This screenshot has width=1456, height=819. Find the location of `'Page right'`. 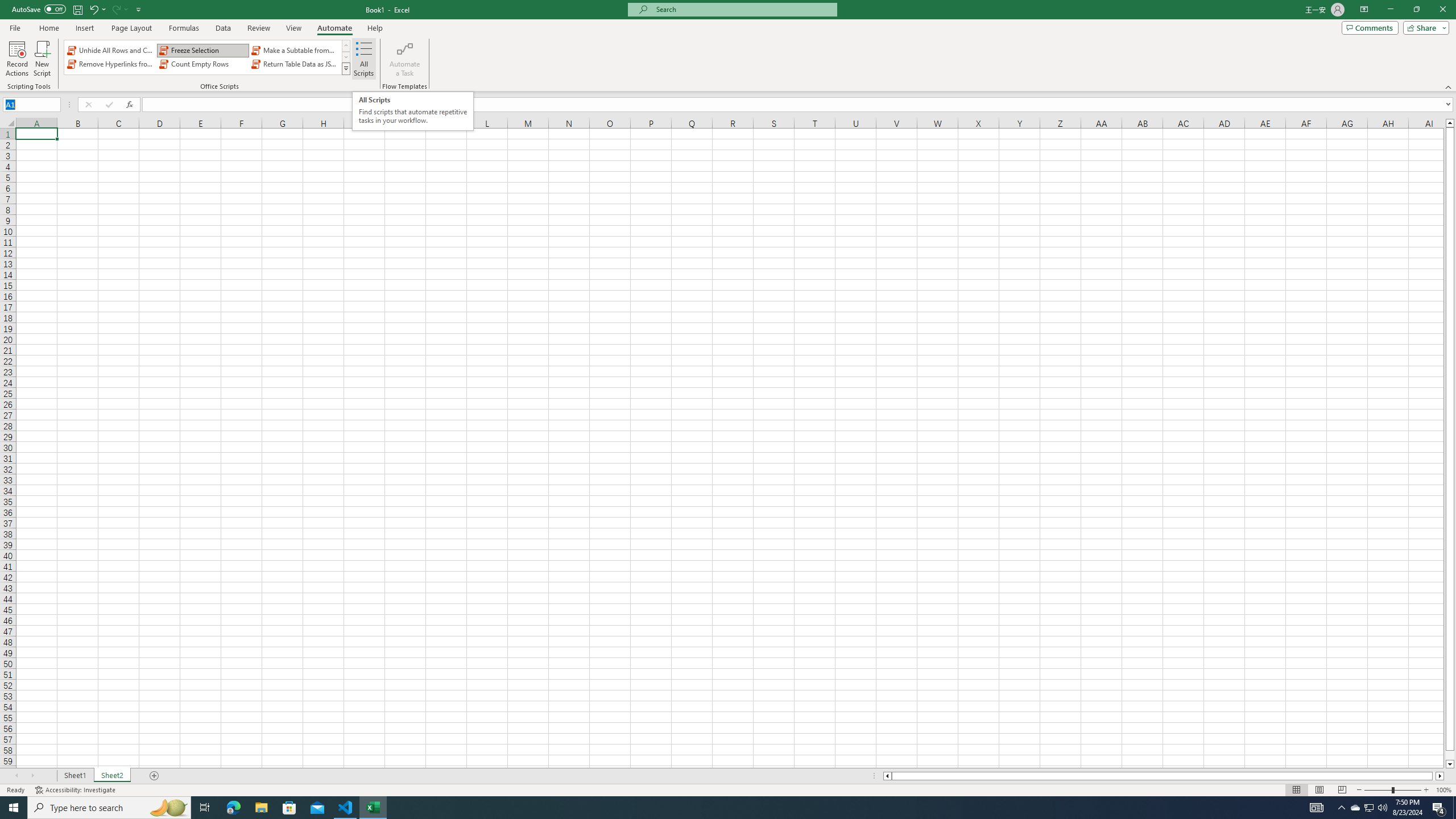

'Page right' is located at coordinates (1433, 775).